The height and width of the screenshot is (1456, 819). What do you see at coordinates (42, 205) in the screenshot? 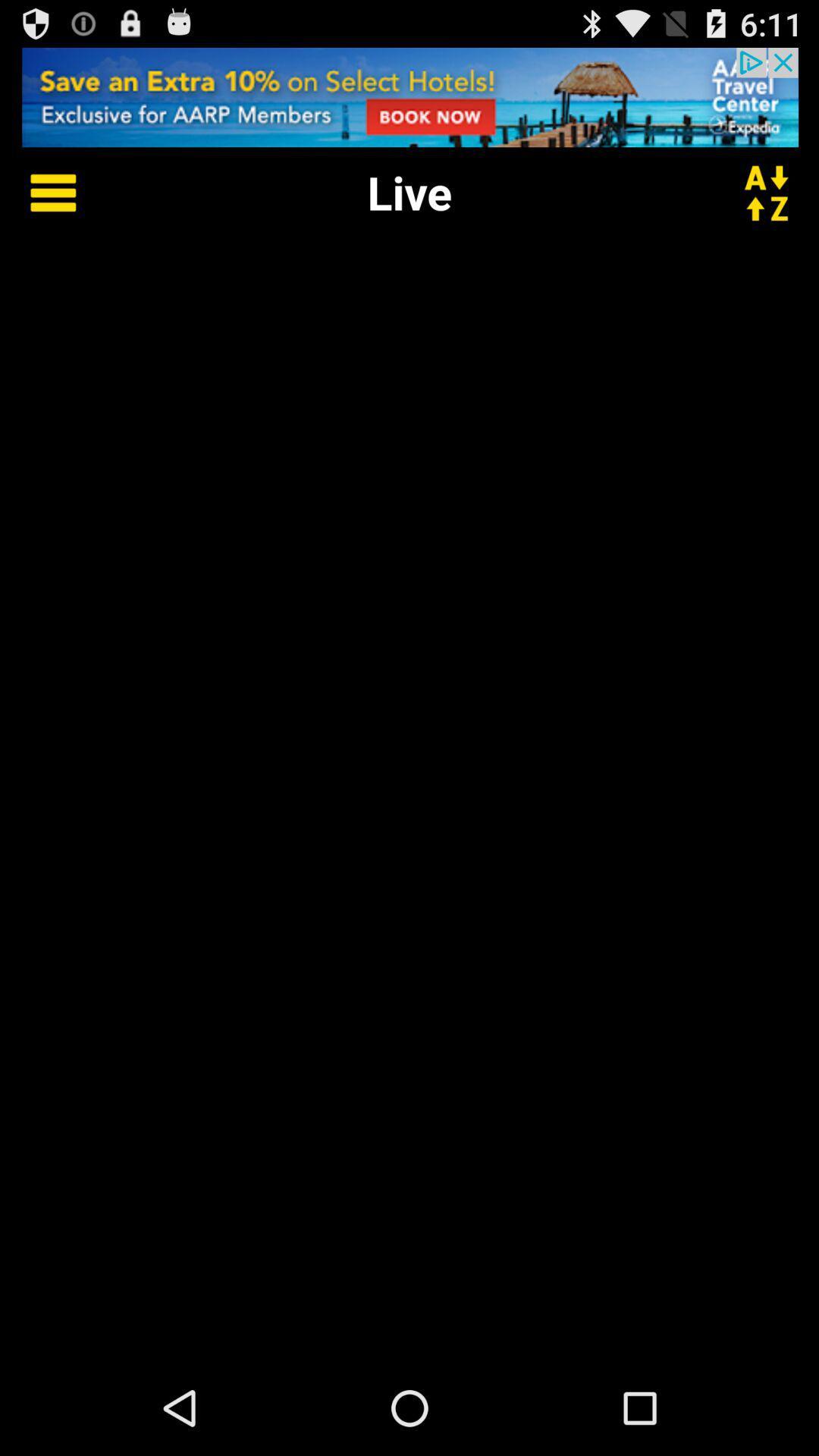
I see `the menu icon` at bounding box center [42, 205].